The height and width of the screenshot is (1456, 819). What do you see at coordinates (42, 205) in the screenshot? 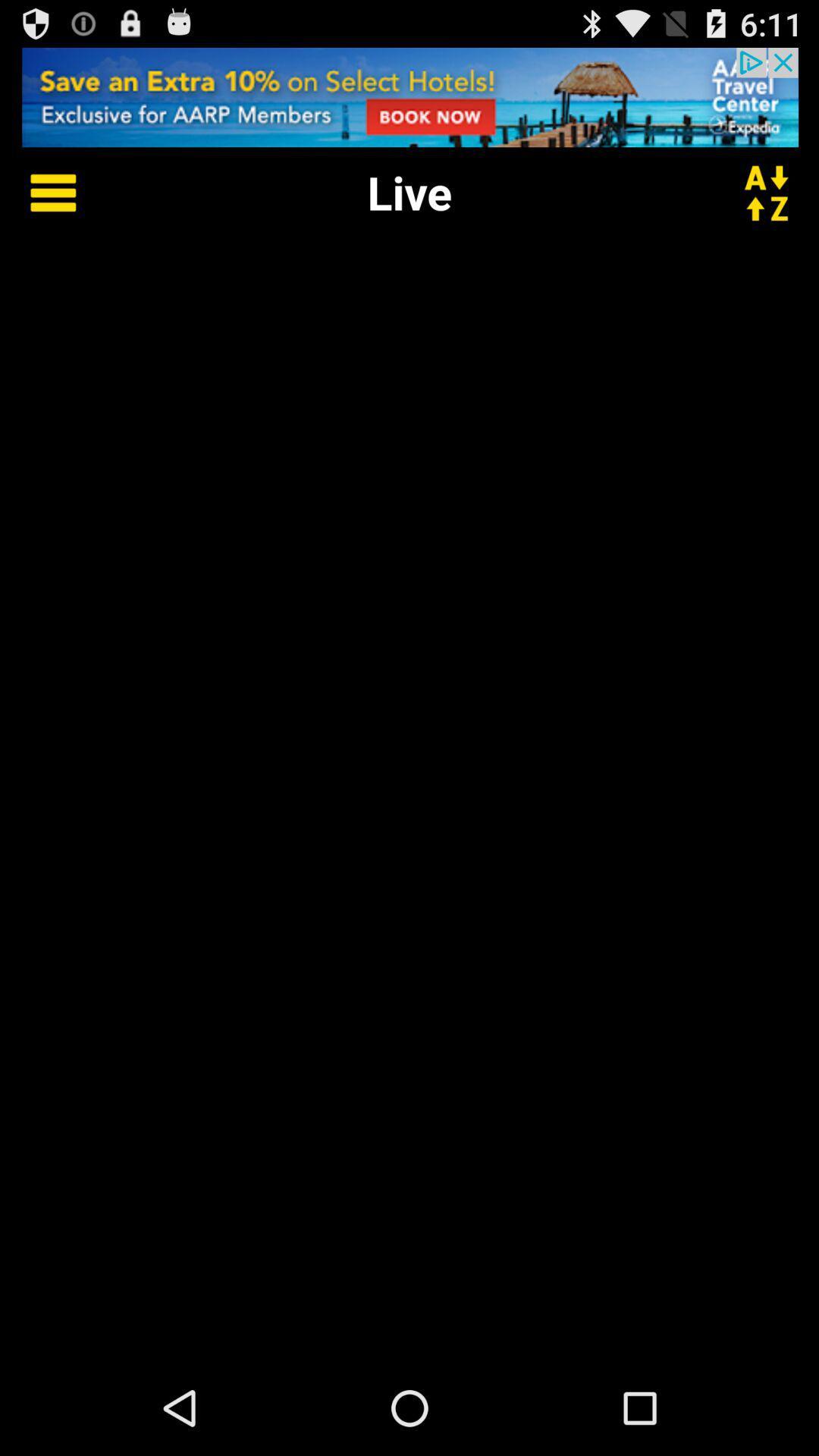
I see `the menu icon` at bounding box center [42, 205].